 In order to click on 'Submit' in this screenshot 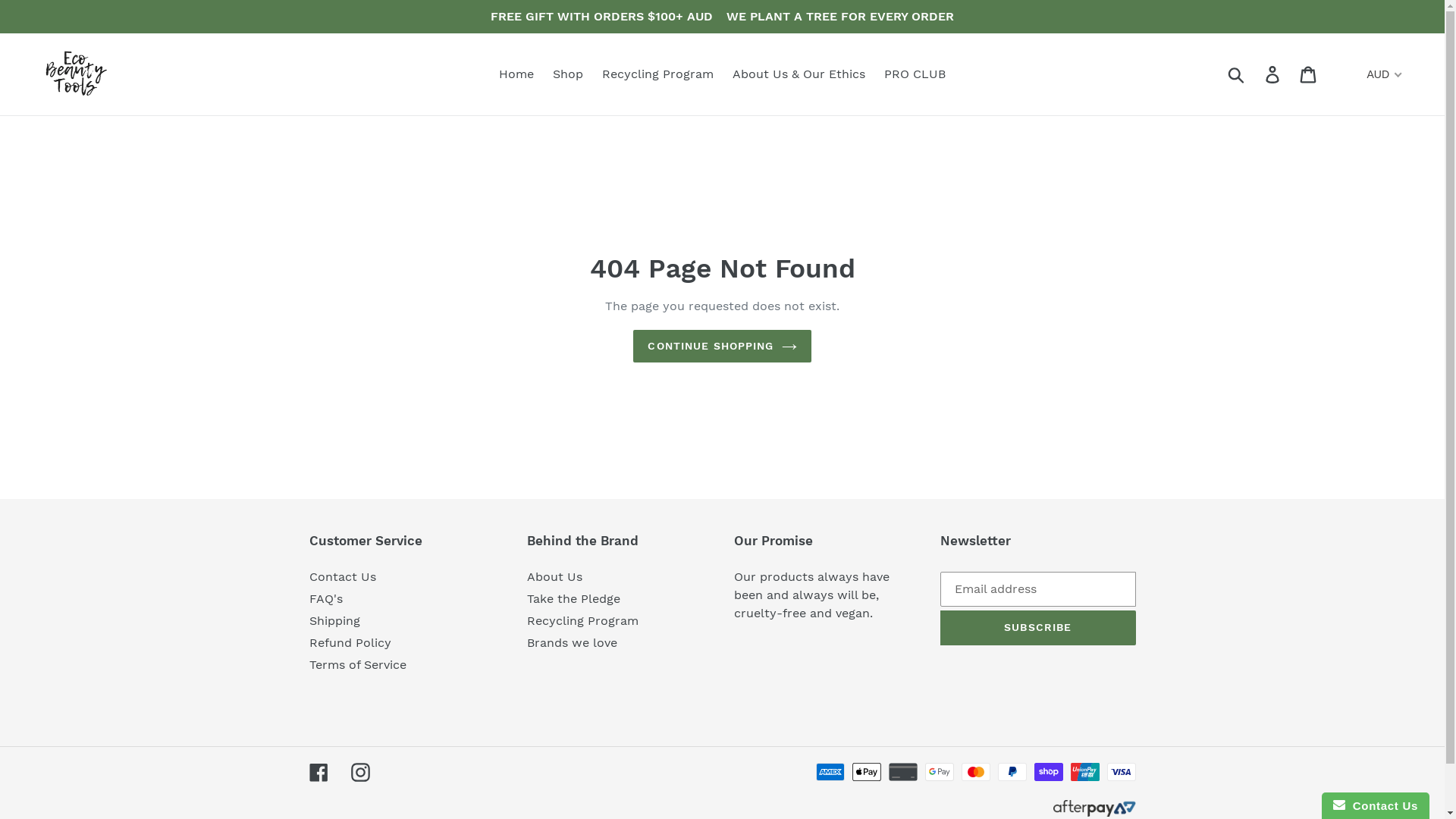, I will do `click(1237, 74)`.